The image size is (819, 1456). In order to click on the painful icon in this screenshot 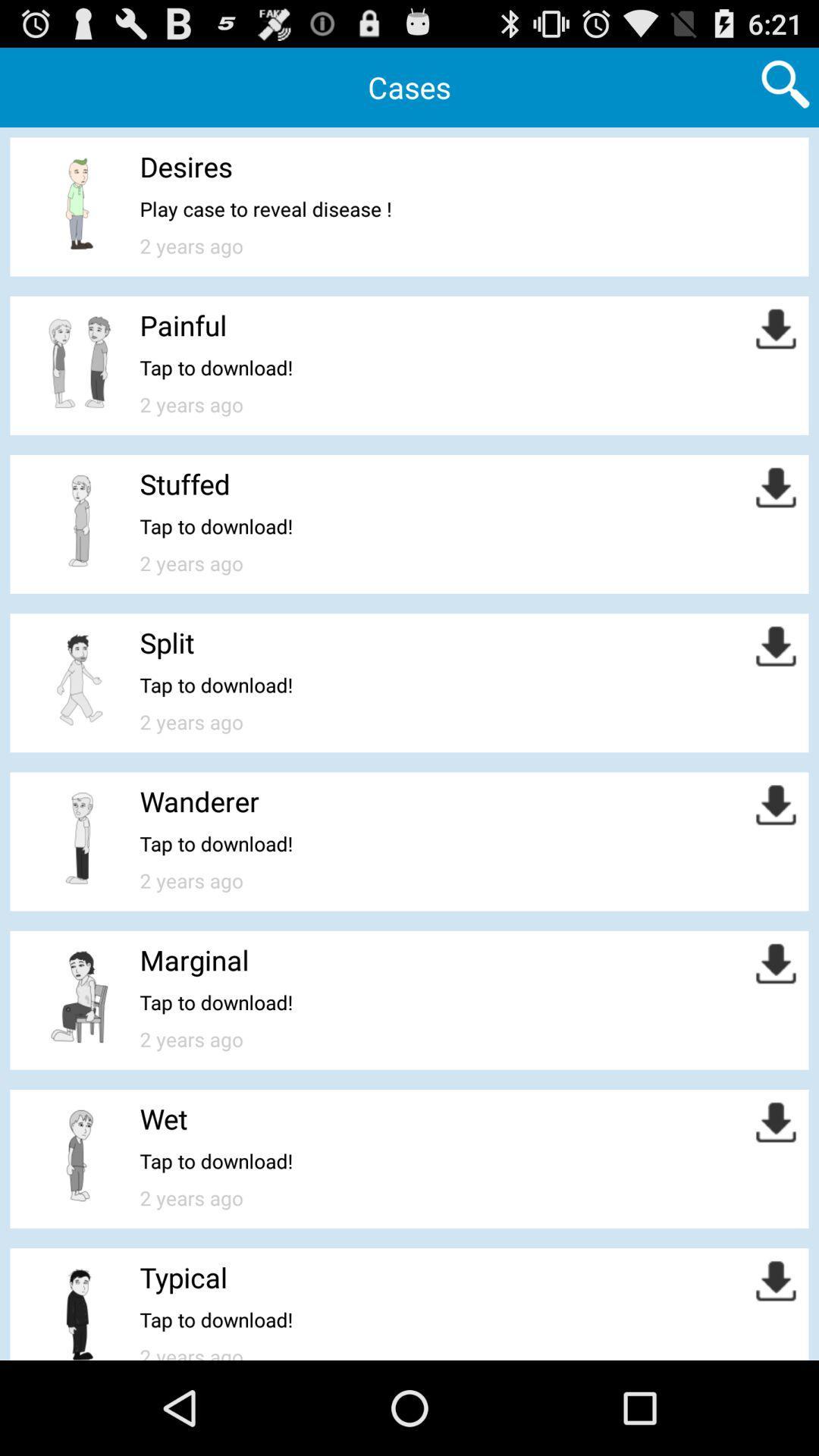, I will do `click(182, 324)`.